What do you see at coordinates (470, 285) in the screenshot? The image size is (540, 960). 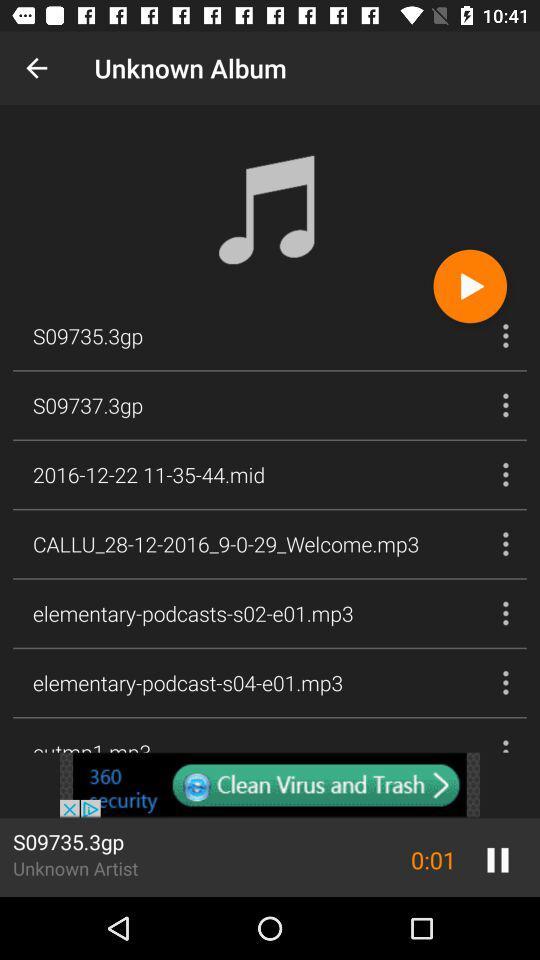 I see `the play icon` at bounding box center [470, 285].